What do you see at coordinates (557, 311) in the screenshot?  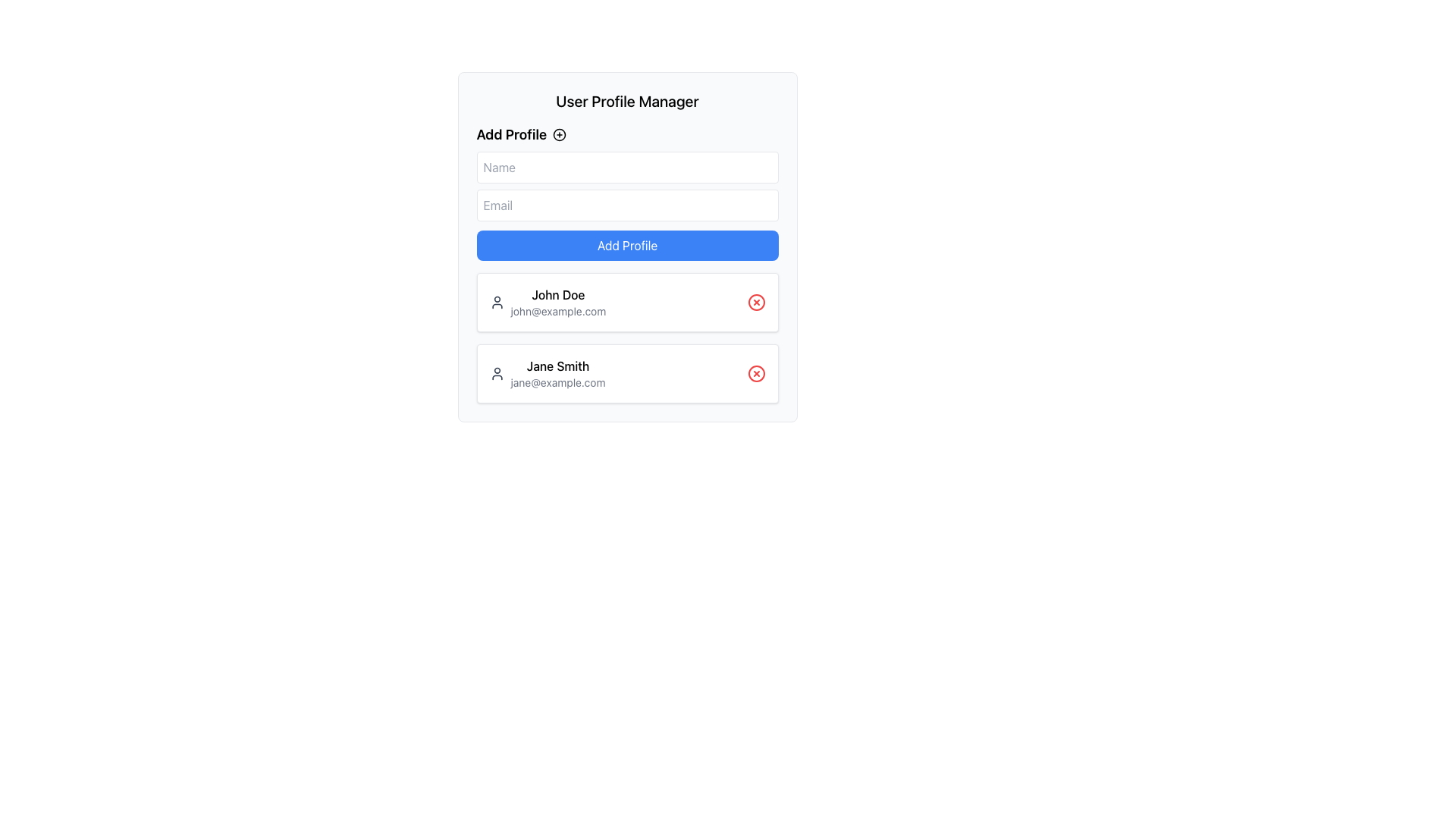 I see `the text label displaying the email address 'john@example.com', which is located directly below the name 'John Doe' in the user profile entry` at bounding box center [557, 311].